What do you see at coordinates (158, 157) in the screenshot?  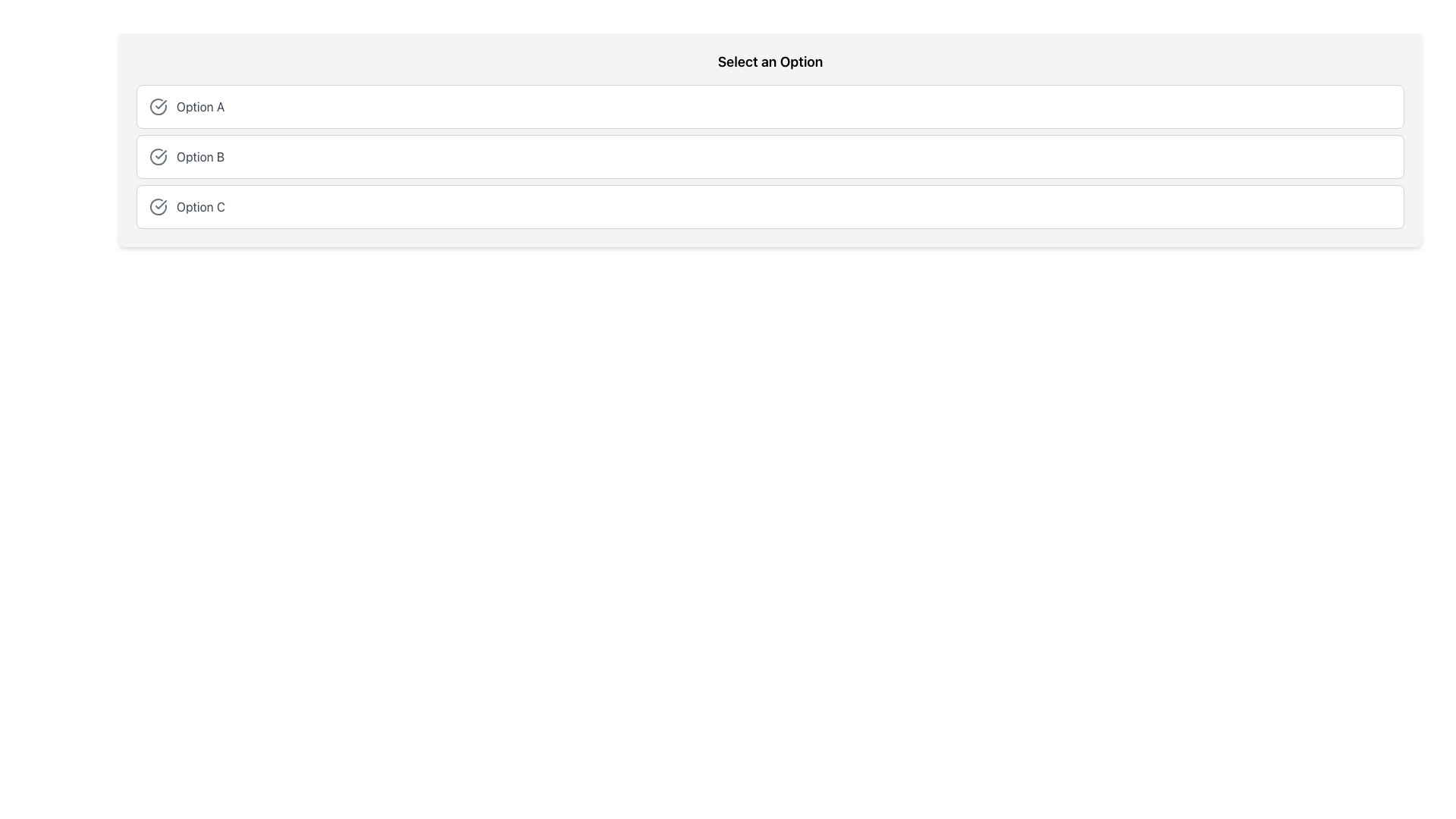 I see `the circular checkmark icon with a gray stroke effect located in the 'Option B' row, positioned on the left side adjacent to the text 'Option B'` at bounding box center [158, 157].